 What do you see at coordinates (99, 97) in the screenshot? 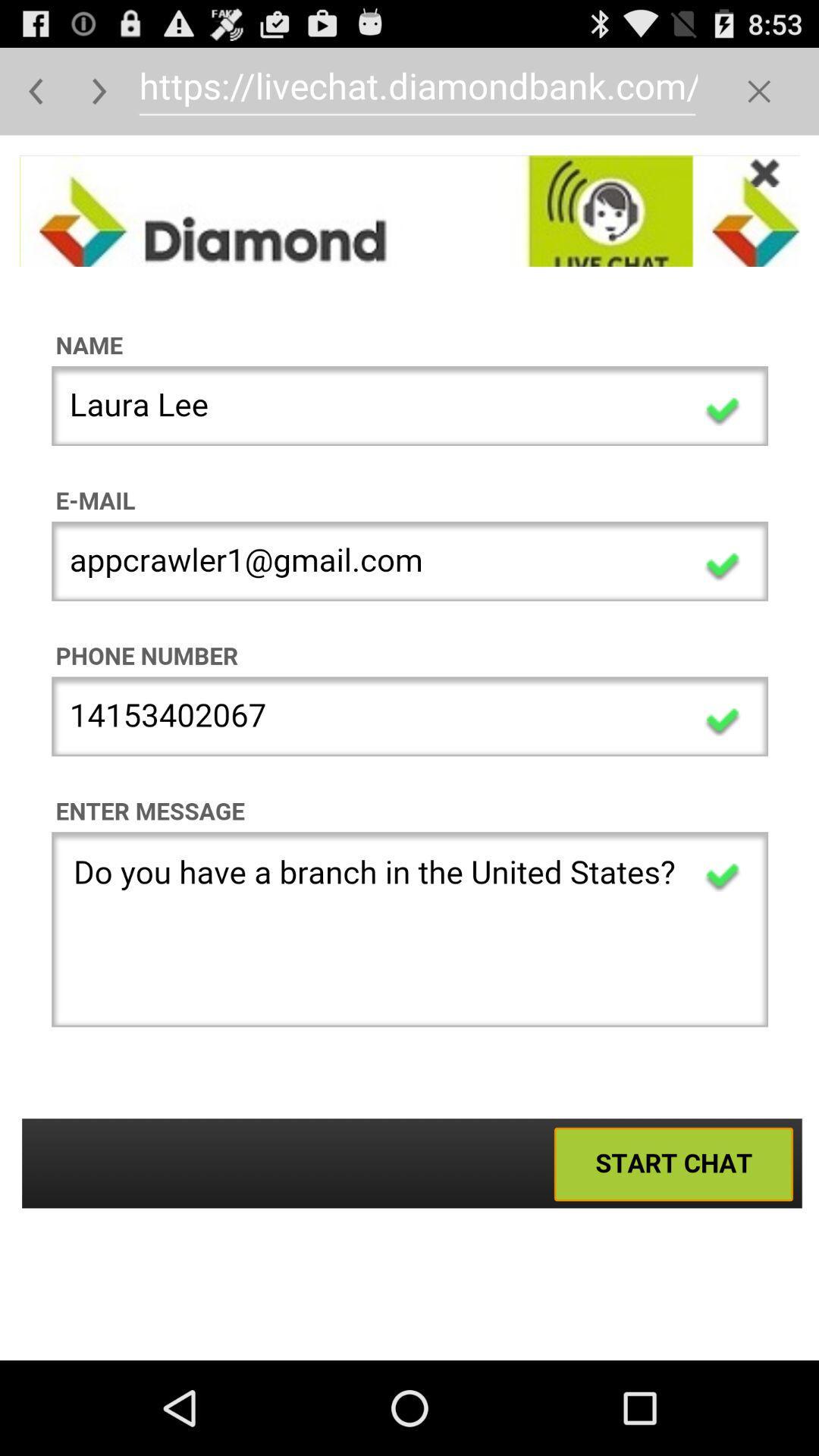
I see `the arrow_forward icon` at bounding box center [99, 97].